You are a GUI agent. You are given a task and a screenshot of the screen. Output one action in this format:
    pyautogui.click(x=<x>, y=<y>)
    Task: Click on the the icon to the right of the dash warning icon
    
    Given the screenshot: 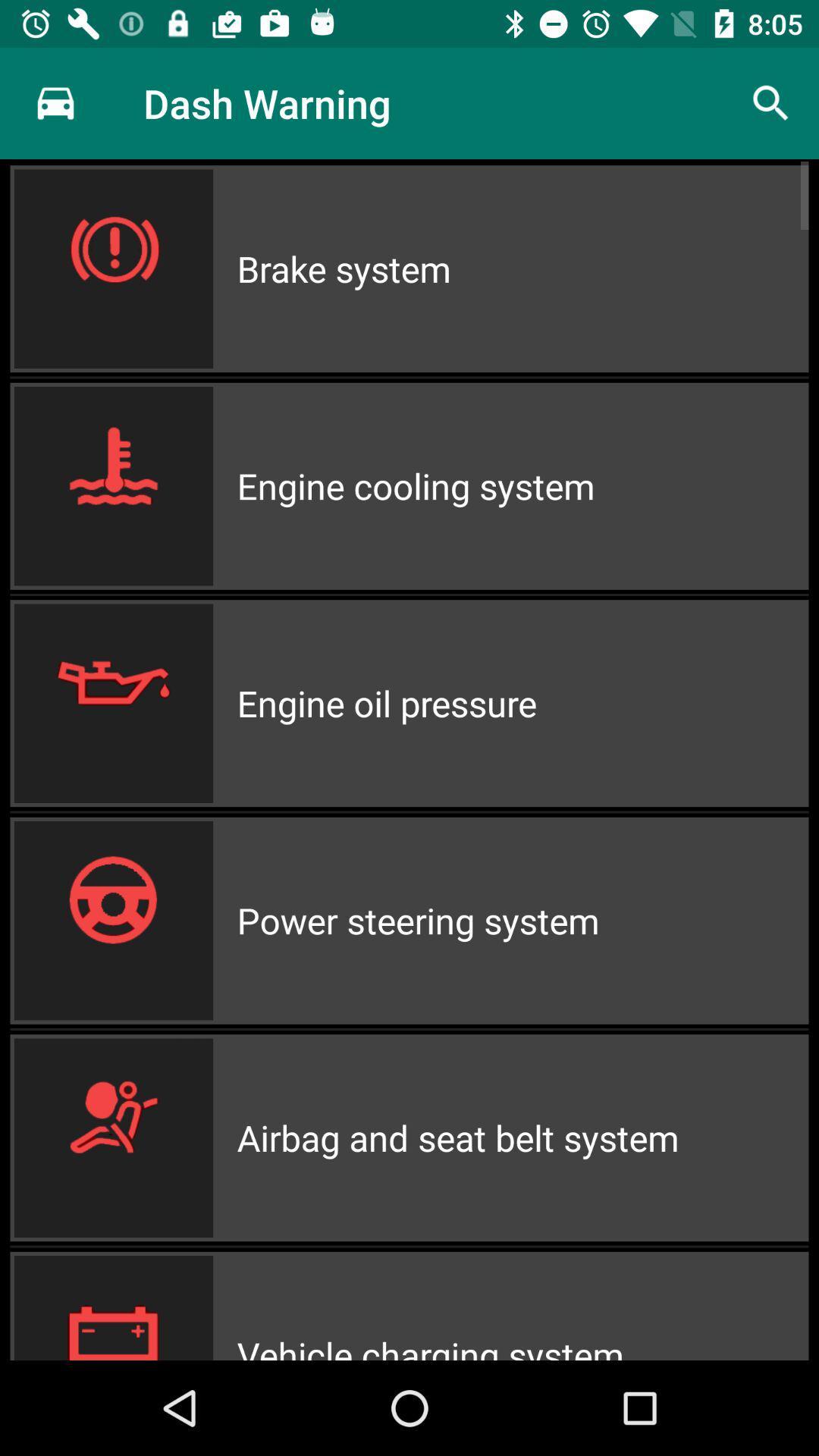 What is the action you would take?
    pyautogui.click(x=771, y=102)
    